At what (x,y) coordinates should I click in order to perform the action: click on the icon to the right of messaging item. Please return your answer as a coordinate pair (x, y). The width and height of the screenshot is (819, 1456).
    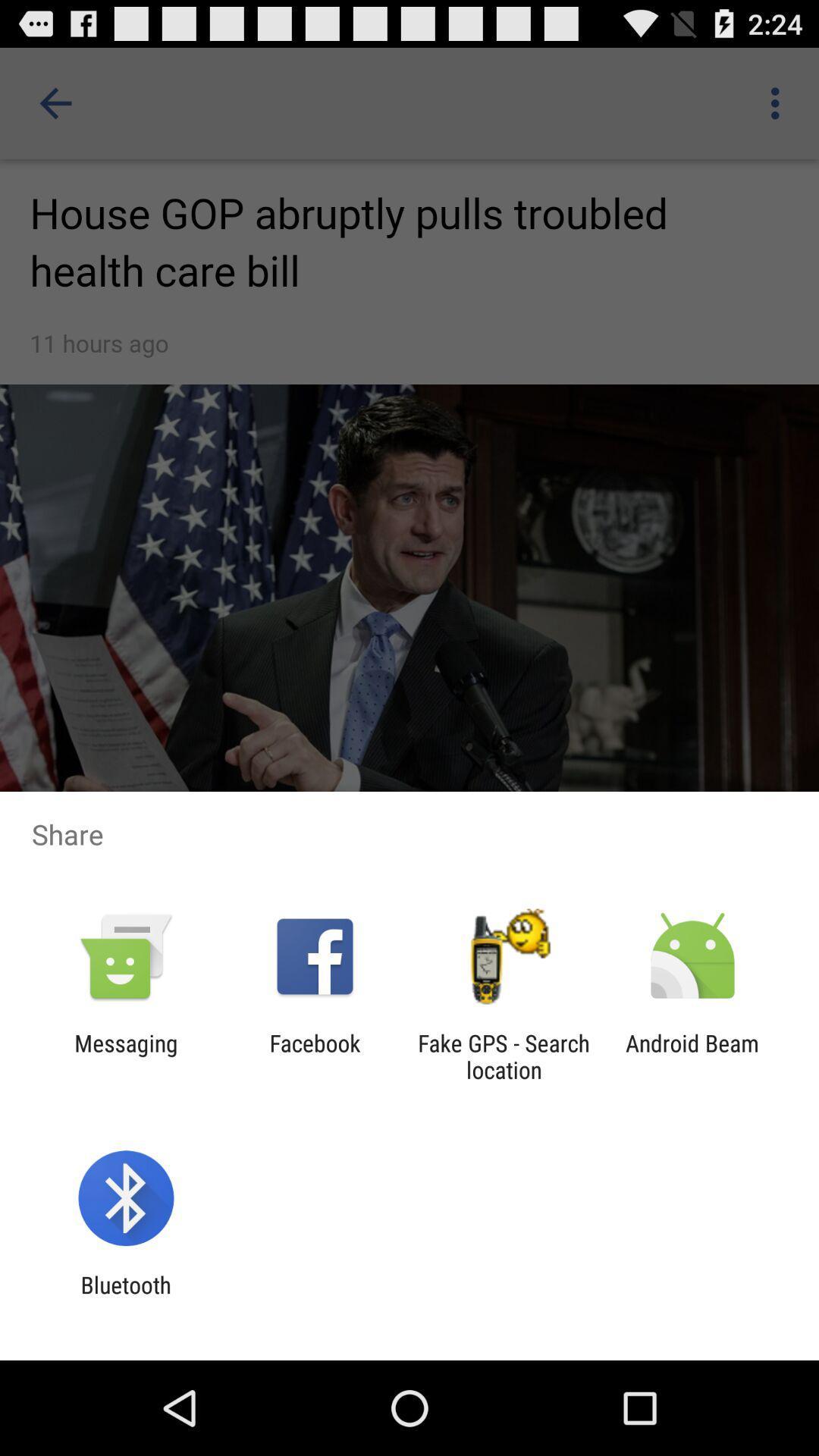
    Looking at the image, I should click on (314, 1056).